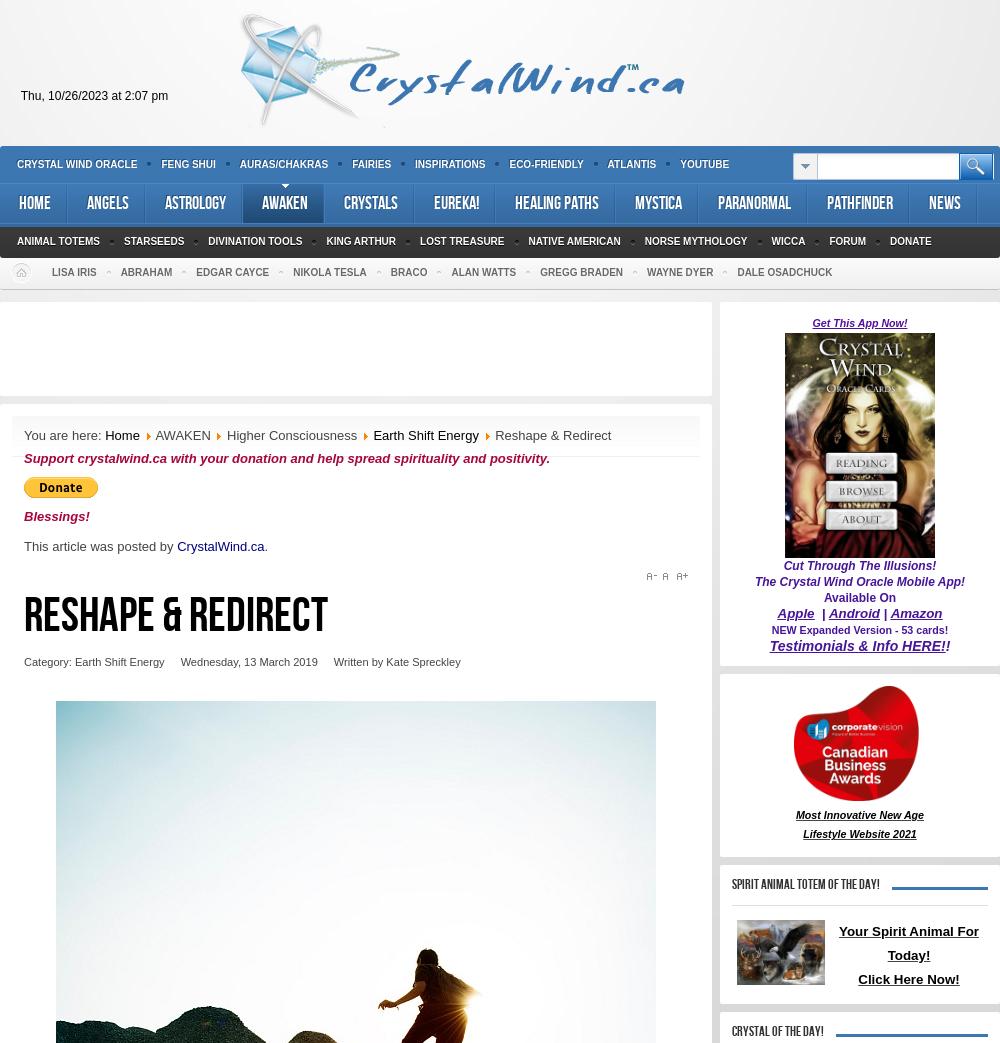 The height and width of the screenshot is (1043, 1000). I want to click on 'AWAKEN', so click(155, 435).